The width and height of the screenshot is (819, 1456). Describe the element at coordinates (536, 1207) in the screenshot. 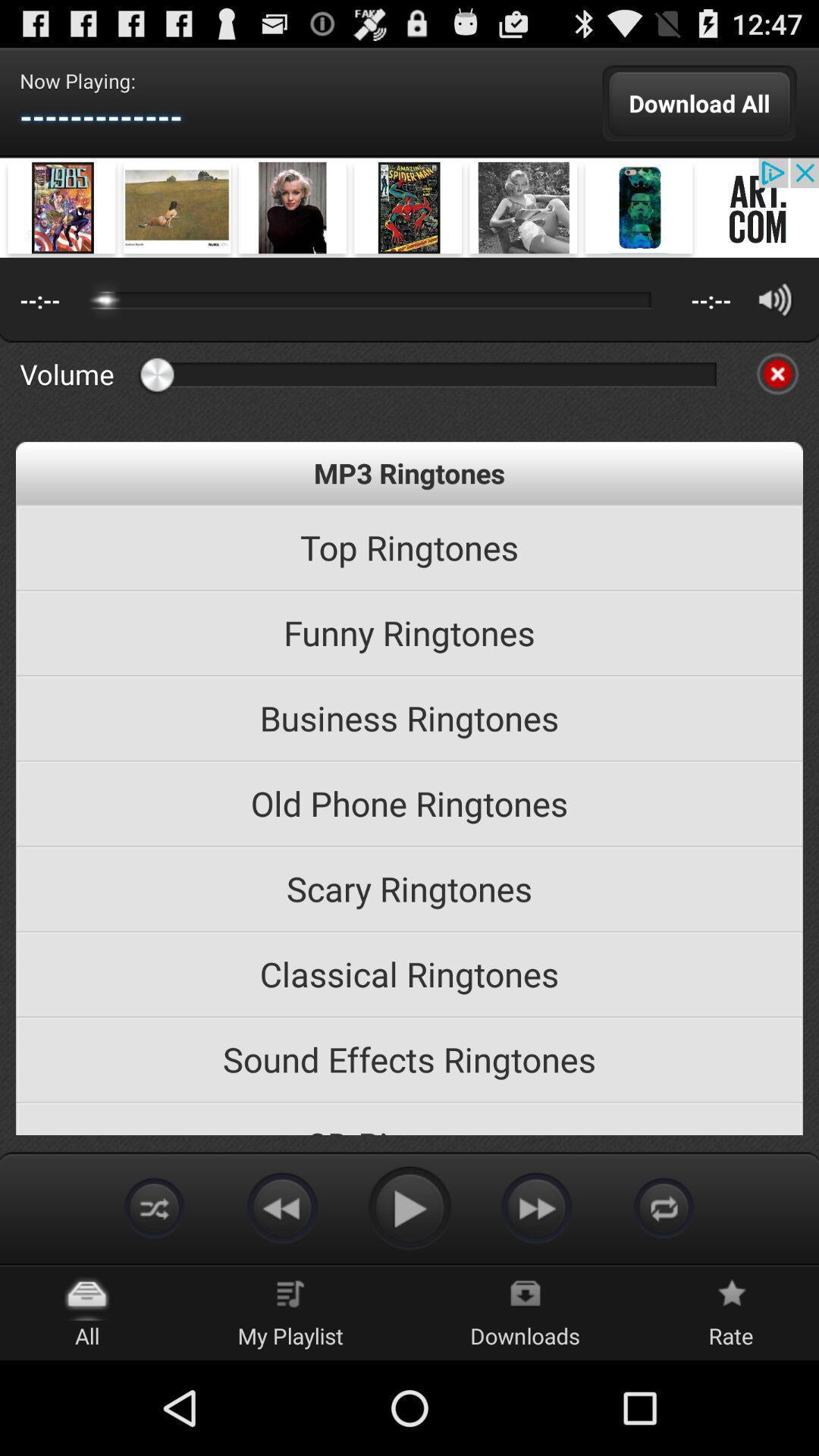

I see `next song` at that location.